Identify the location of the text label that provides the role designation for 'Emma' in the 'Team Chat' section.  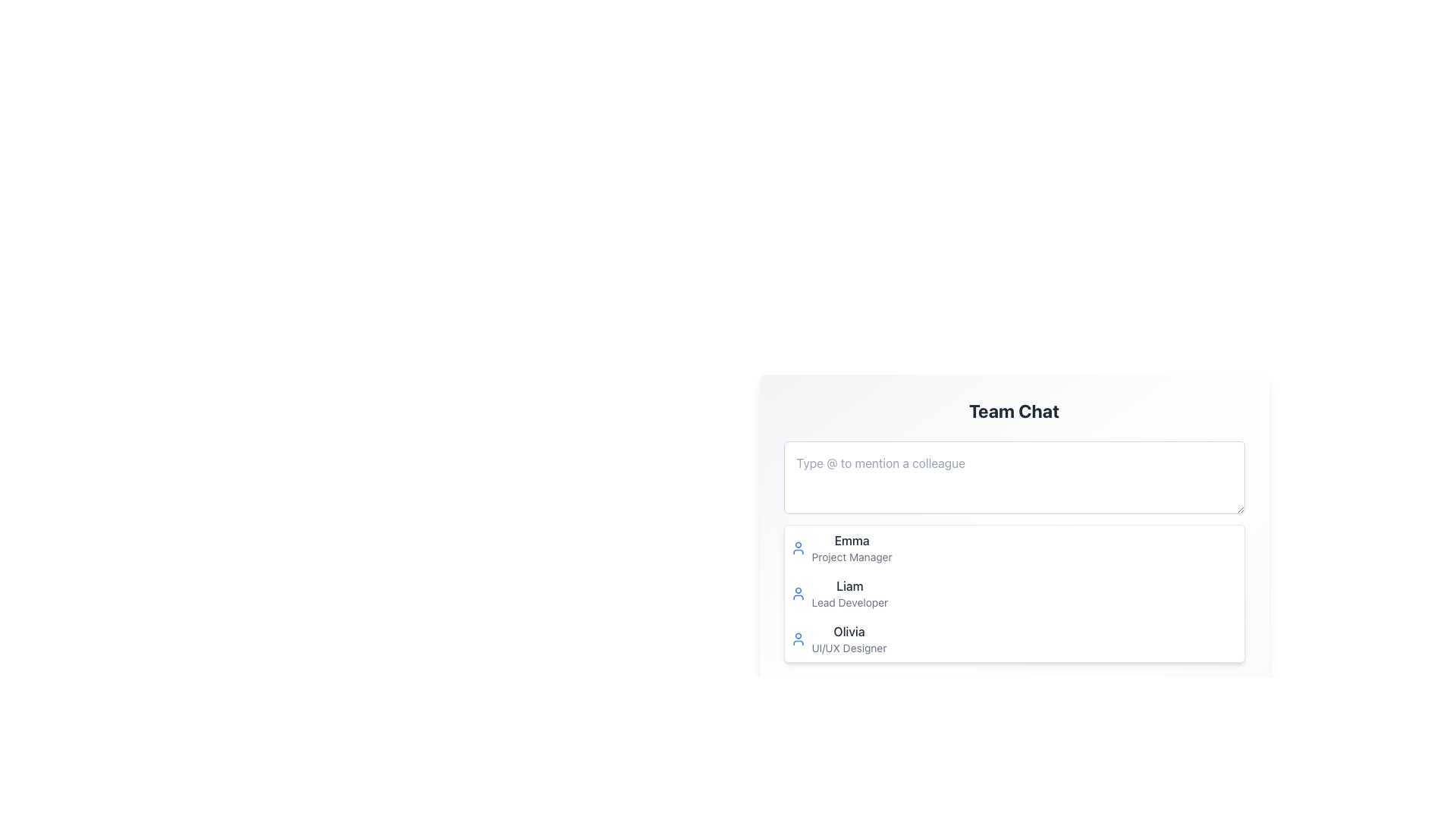
(852, 557).